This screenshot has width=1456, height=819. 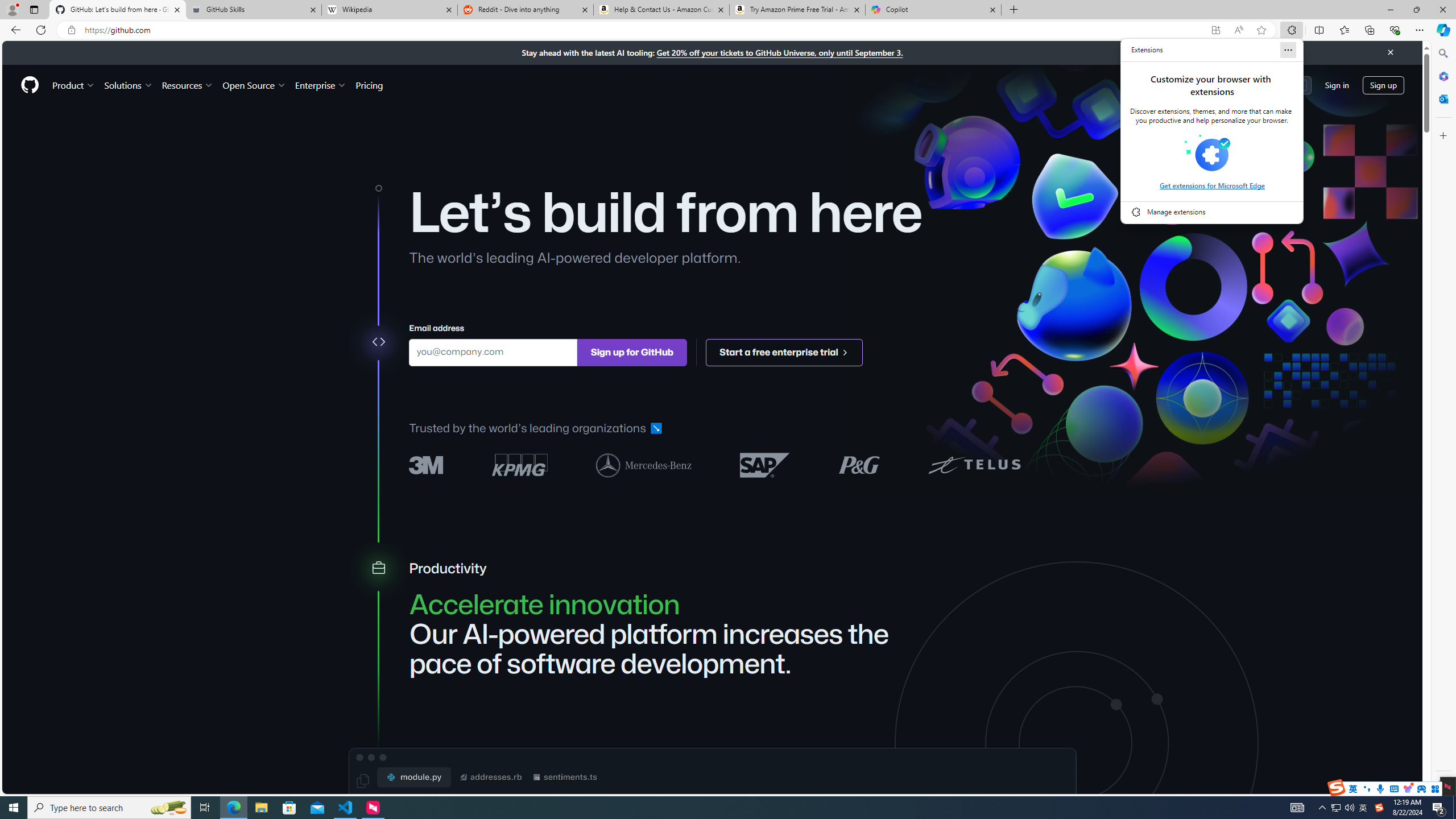 I want to click on 'Notification Chevron', so click(x=1322, y=806).